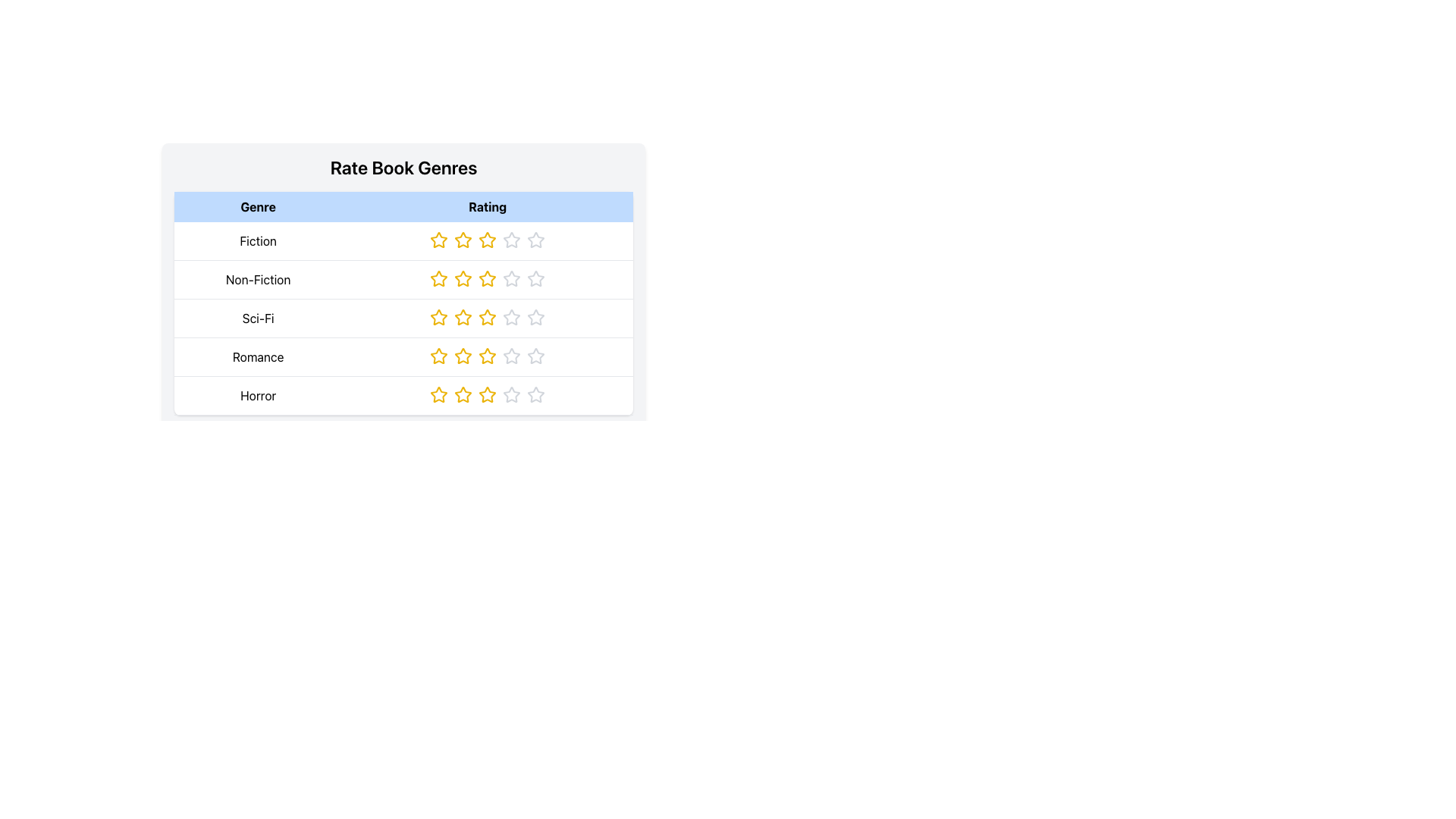  Describe the element at coordinates (258, 240) in the screenshot. I see `the text label indicating the genre 'Fiction' in the first row under the 'Genre' column of the table layout` at that location.